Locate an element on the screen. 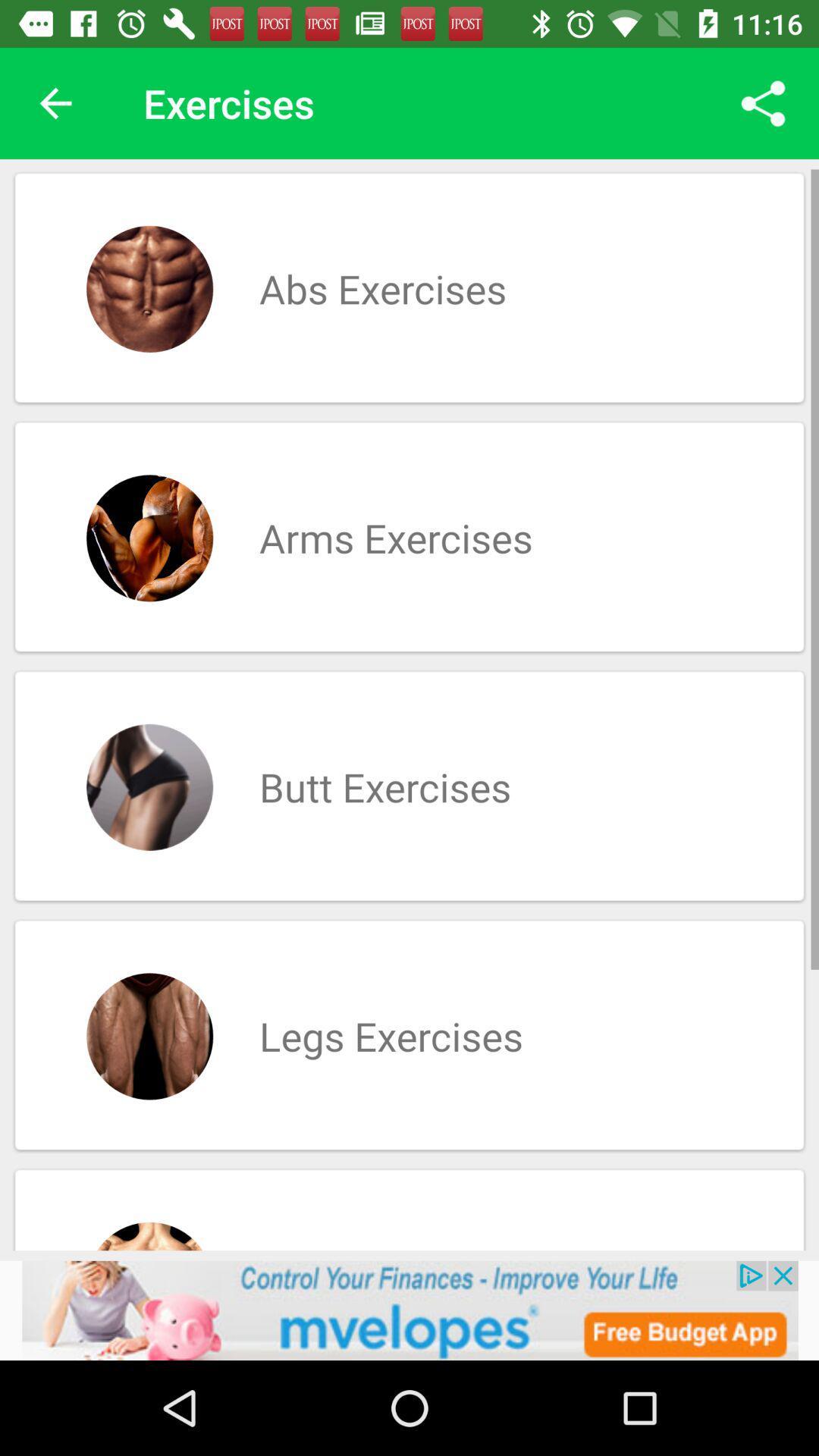  the advertisement is located at coordinates (409, 1310).